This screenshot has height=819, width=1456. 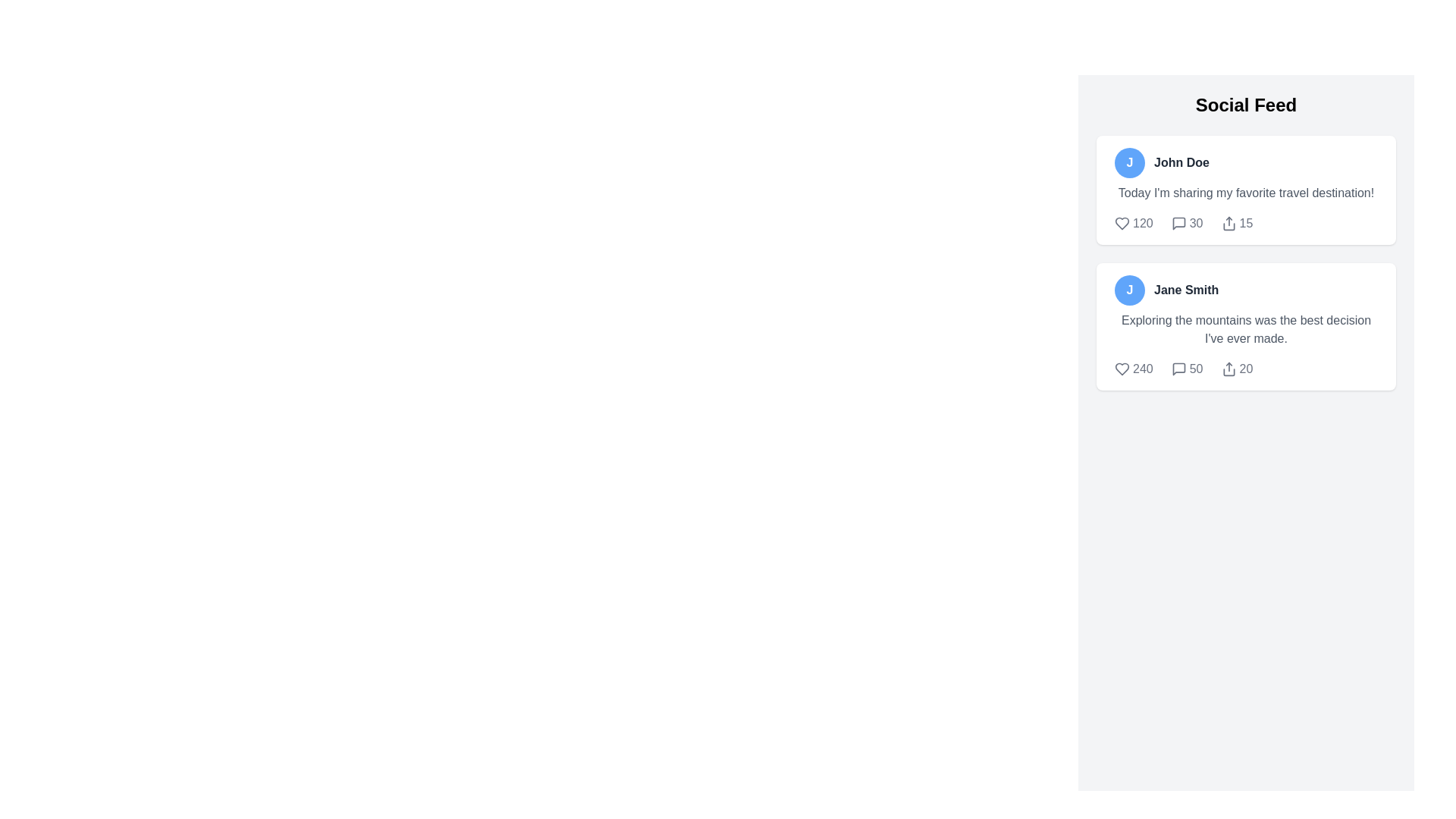 What do you see at coordinates (1185, 290) in the screenshot?
I see `the text label displaying 'Jane Smith'` at bounding box center [1185, 290].